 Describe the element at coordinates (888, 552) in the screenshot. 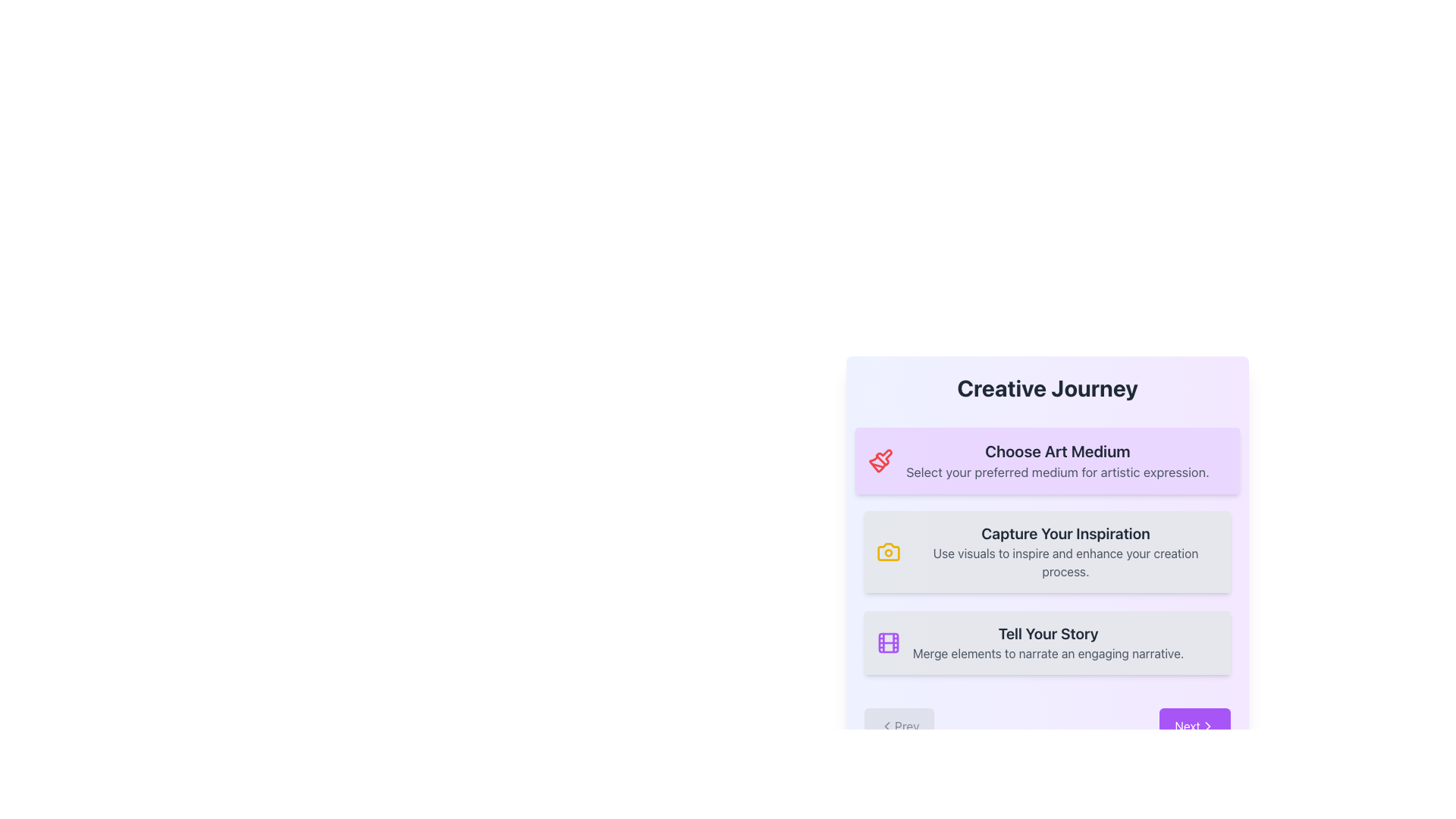

I see `the Icon representing the 'Capture Your Inspiration' feature, located to the left of the title and description in the card section` at that location.